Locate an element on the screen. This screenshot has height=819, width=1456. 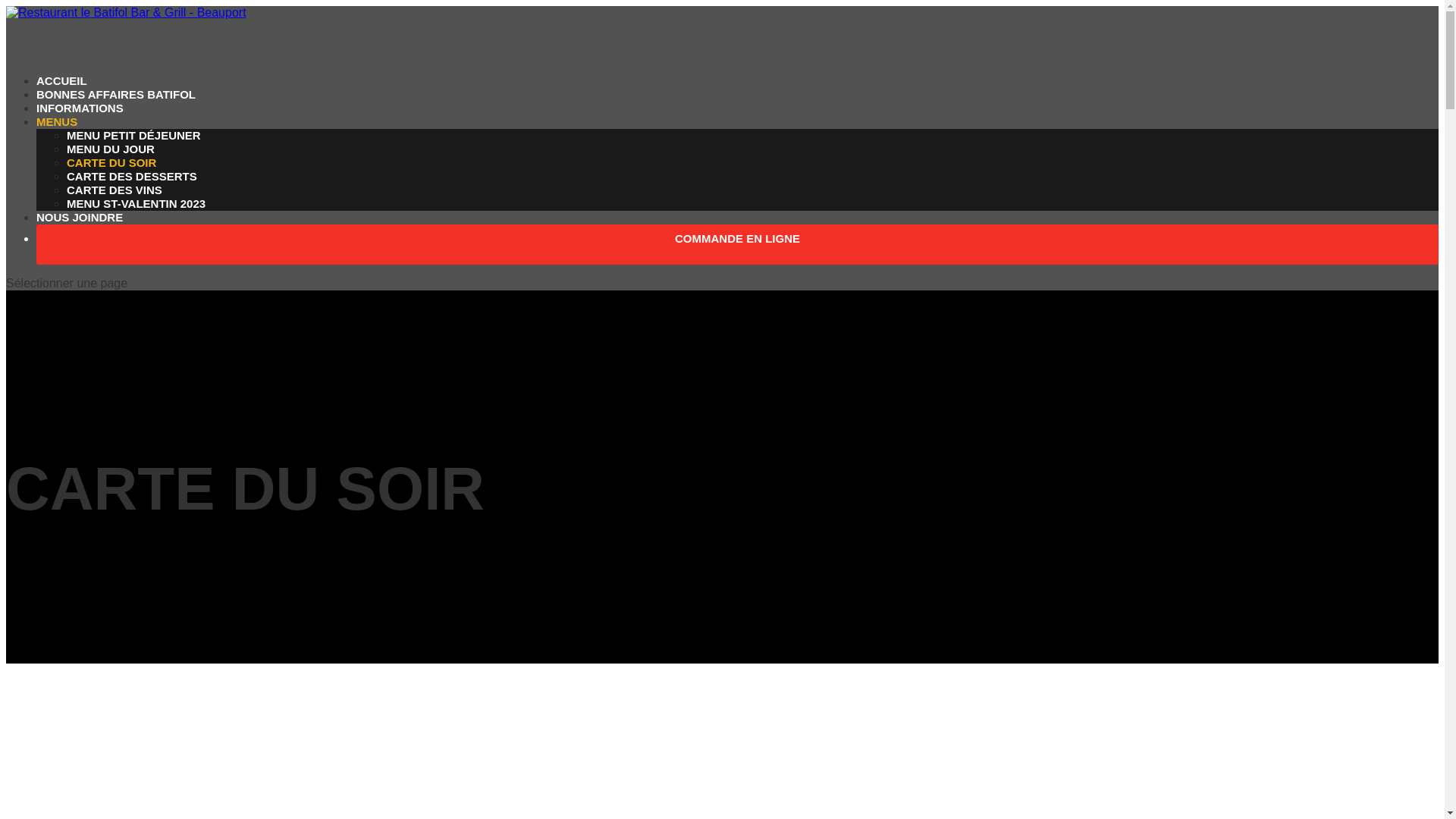
'CARTE DES DESSERTS' is located at coordinates (131, 175).